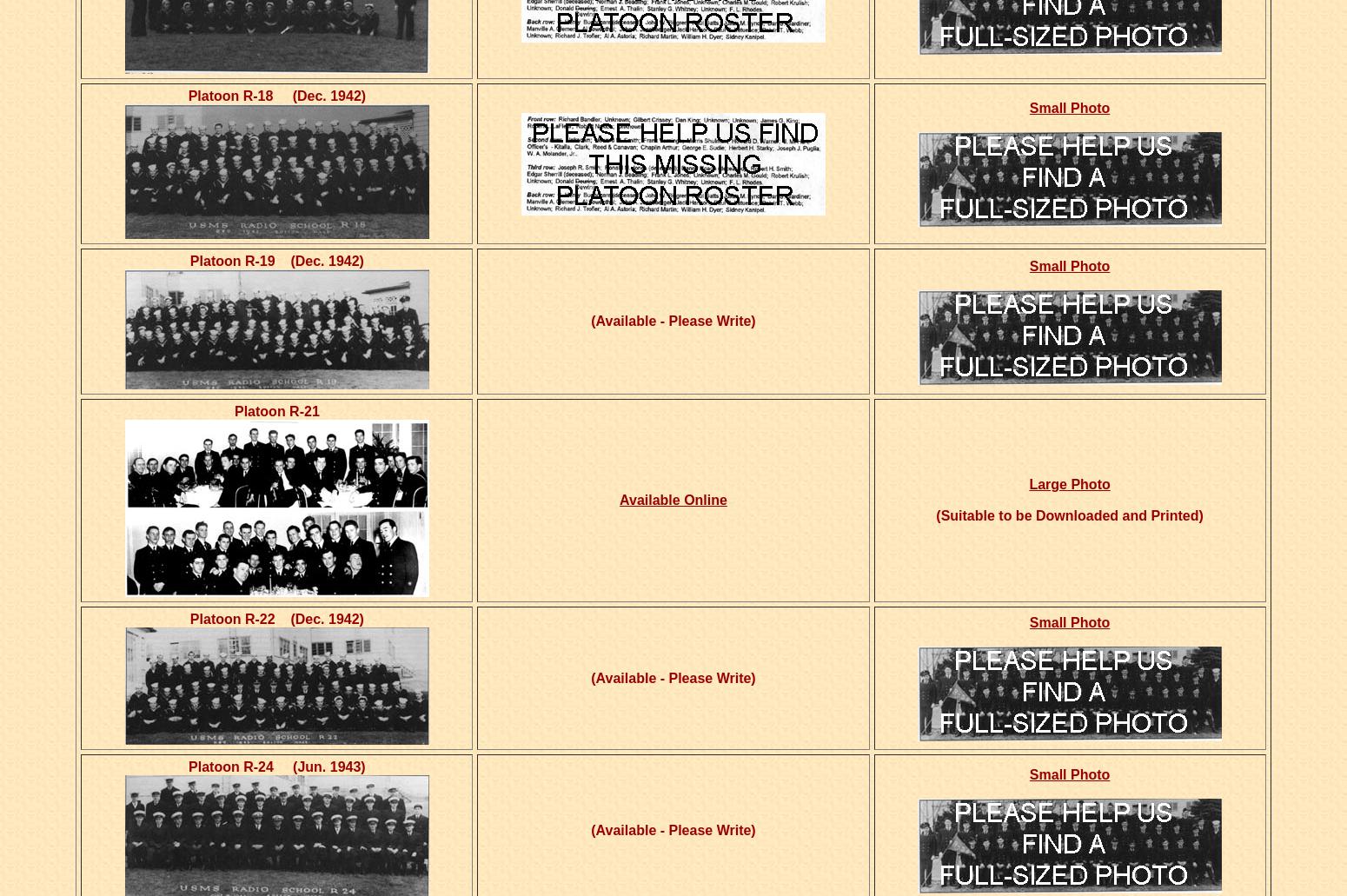 Image resolution: width=1347 pixels, height=896 pixels. What do you see at coordinates (275, 261) in the screenshot?
I see `'Platoon R-19    (Dec. 
                
                1942)'` at bounding box center [275, 261].